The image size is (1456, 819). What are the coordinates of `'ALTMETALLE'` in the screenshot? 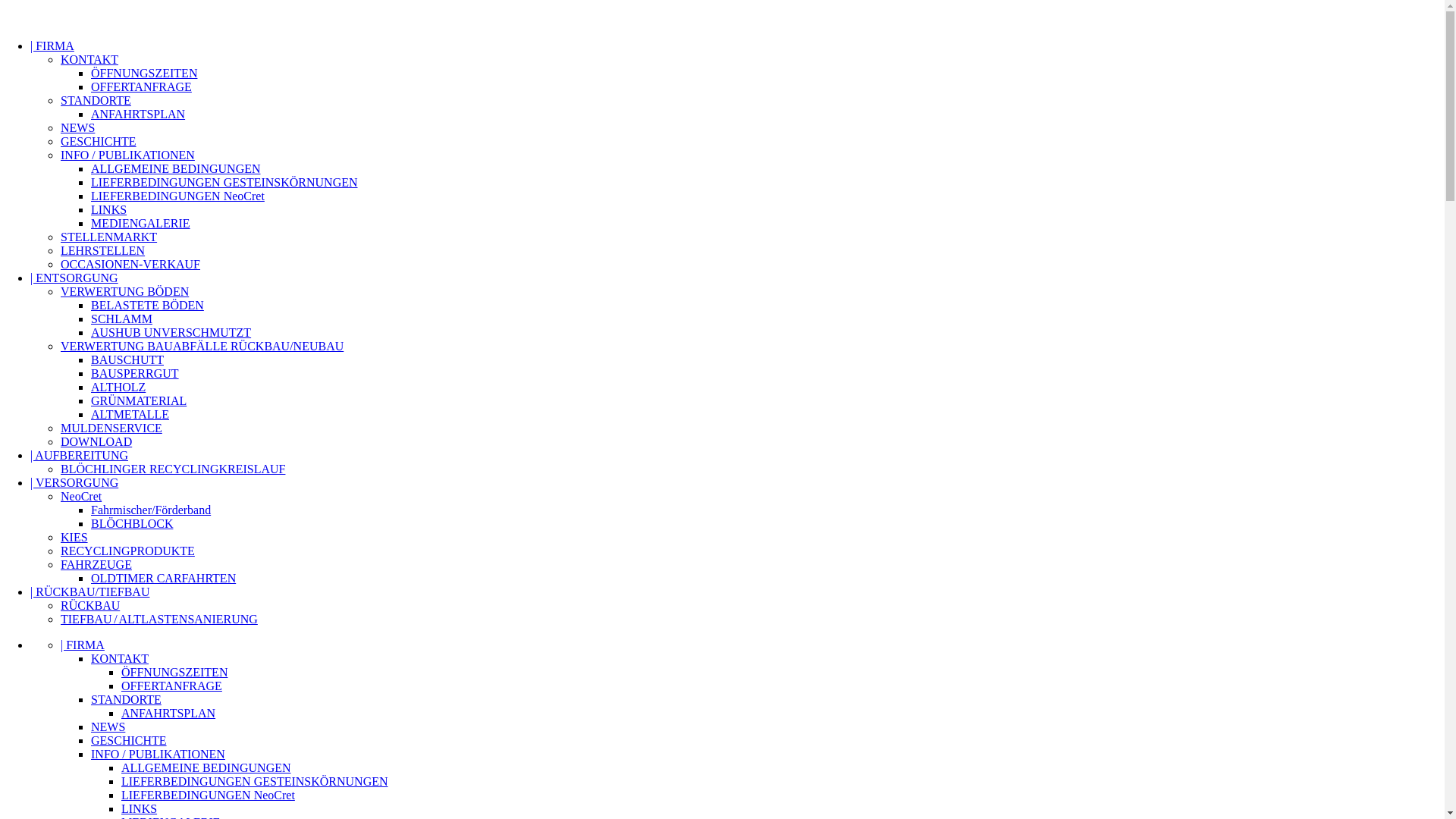 It's located at (130, 414).